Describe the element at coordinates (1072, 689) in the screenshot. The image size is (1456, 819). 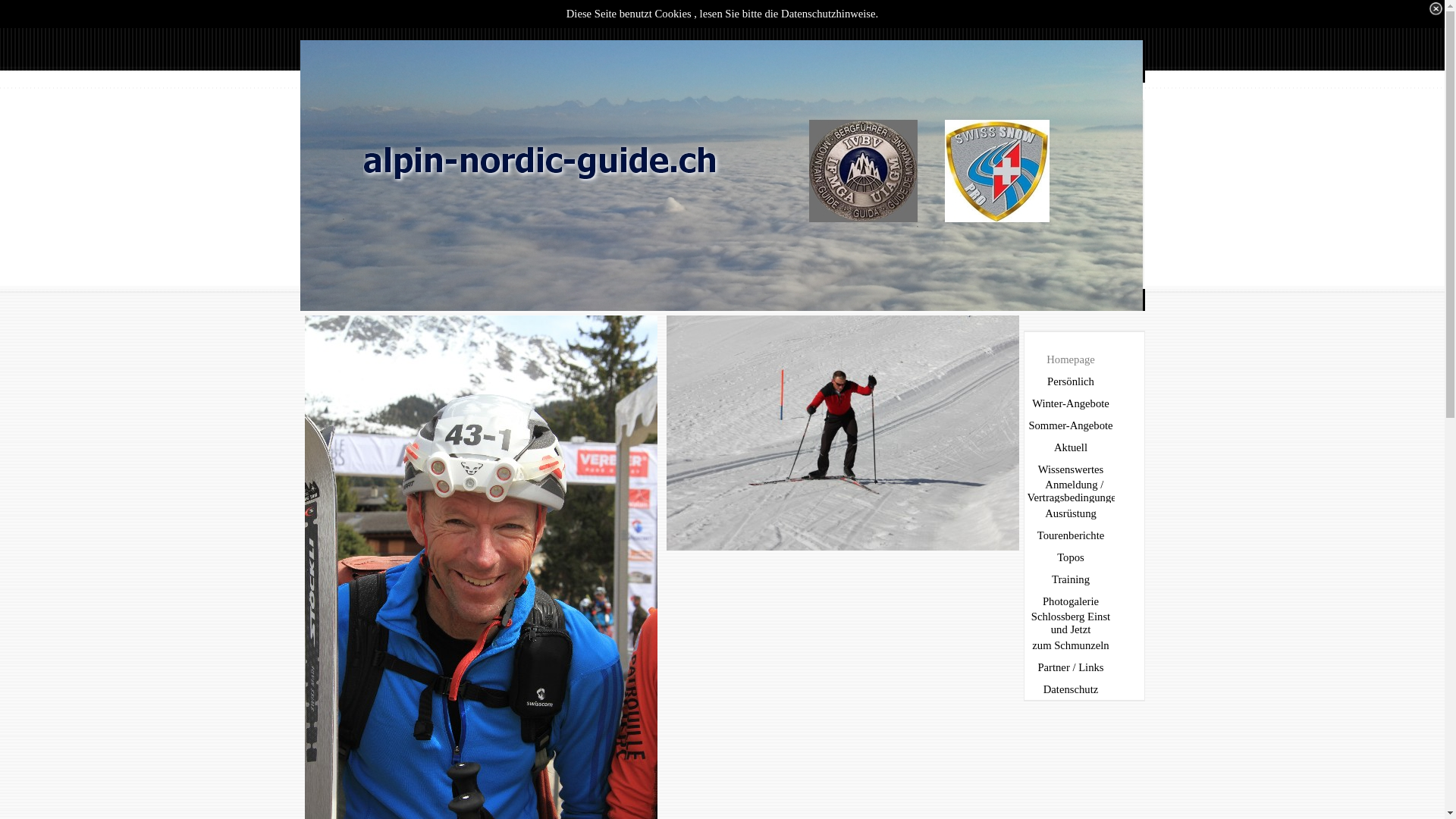
I see `'Datenschutz'` at that location.